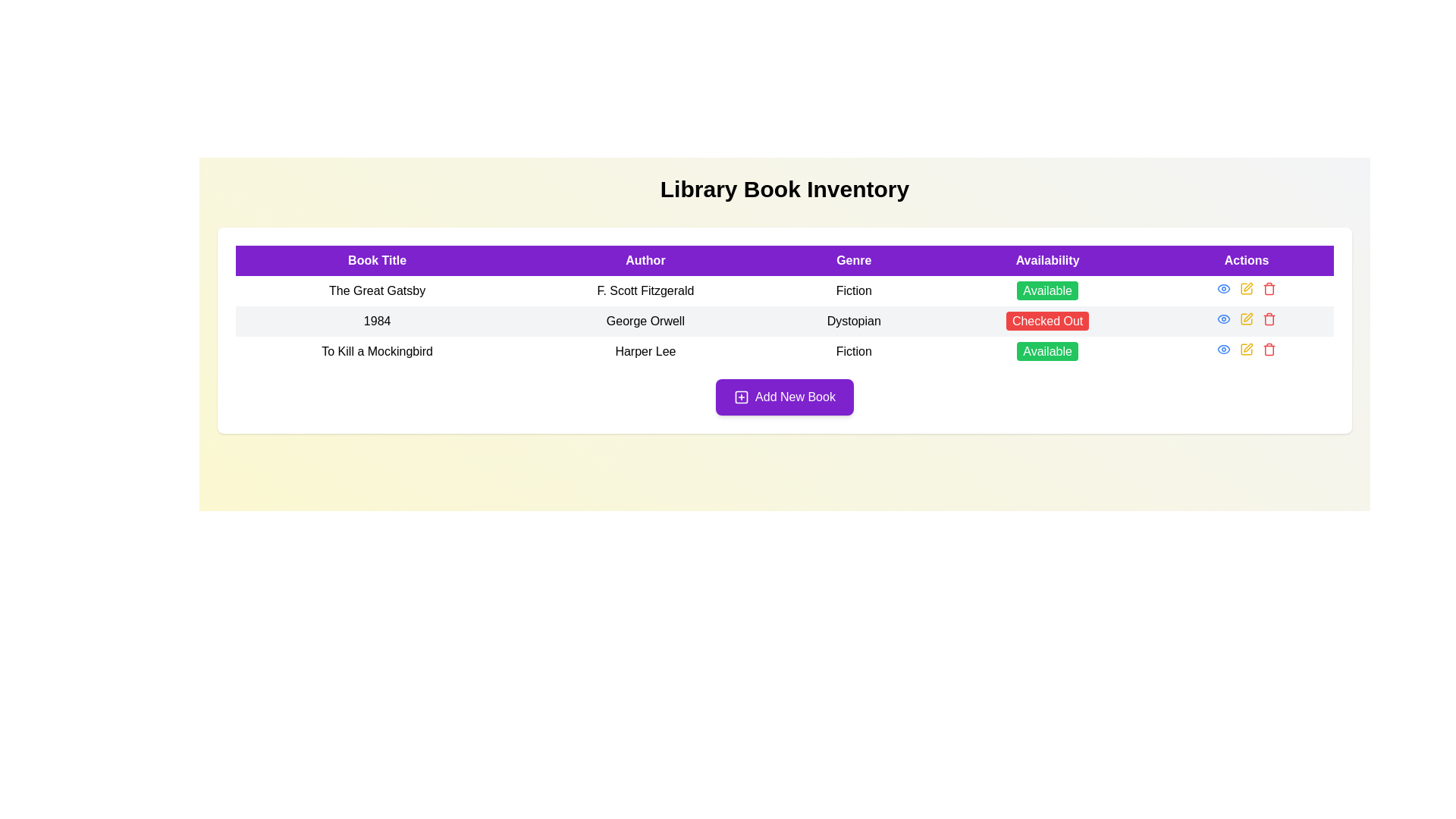  I want to click on the label indicating the current status of the book '1984' as 'Checked Out', which is located in the fourth cell of the second row of the table, so click(1046, 321).